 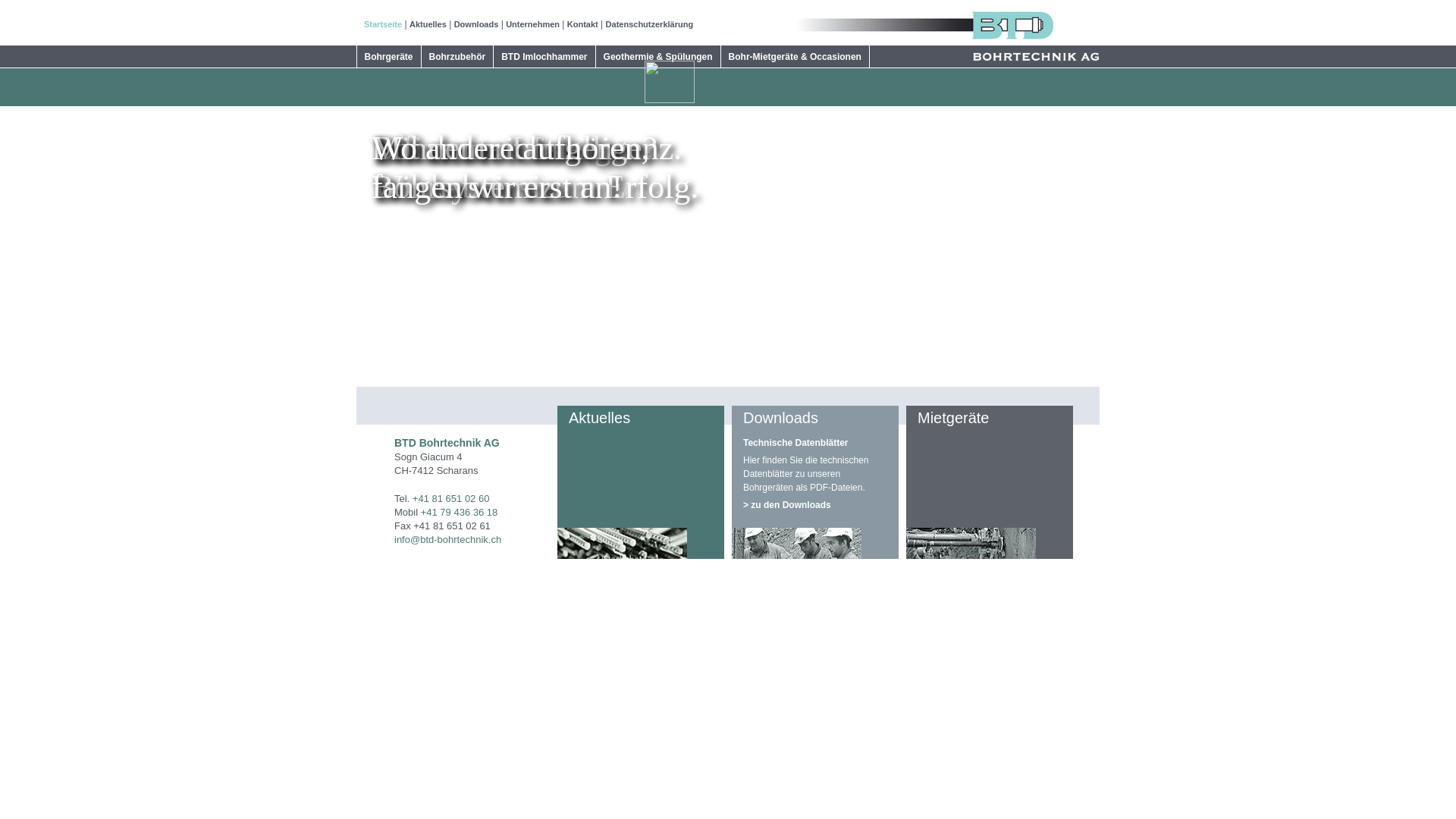 I want to click on 'Unternehmen', so click(x=532, y=24).